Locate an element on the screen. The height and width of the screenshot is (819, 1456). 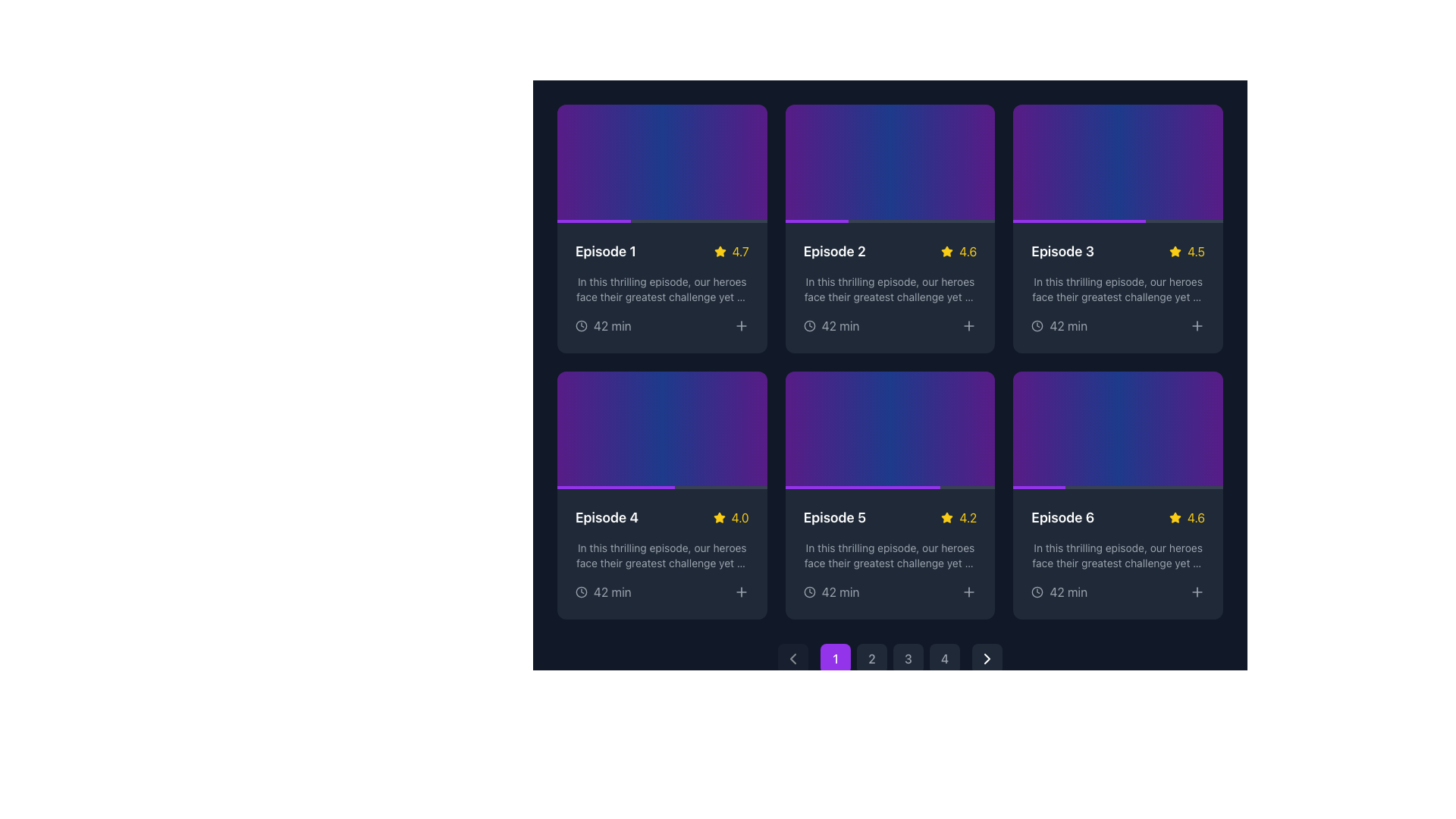
the third pagination button located at the bottom center of the interface is located at coordinates (908, 657).